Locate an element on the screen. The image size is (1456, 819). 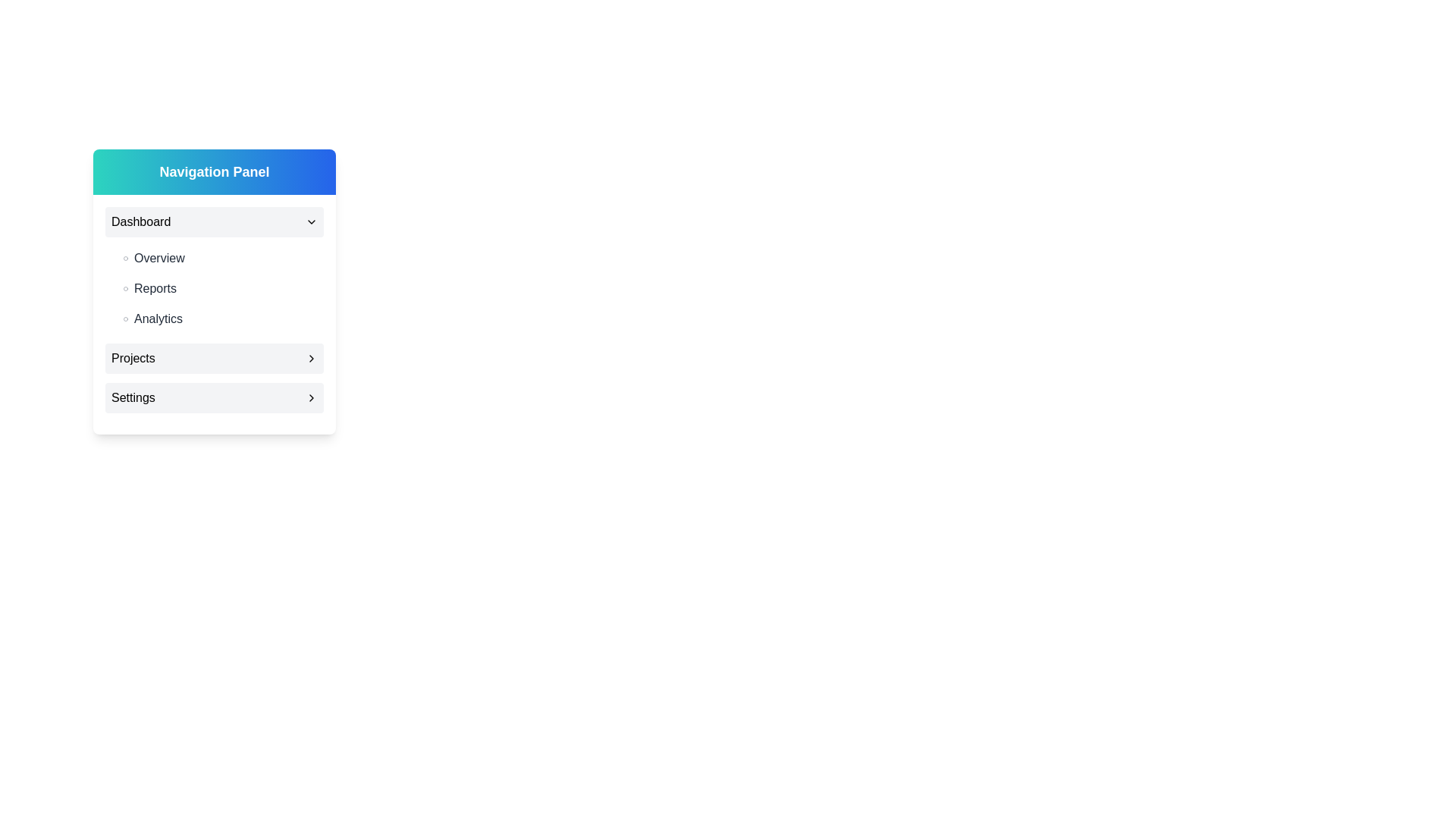
the 'Overview' text label in the navigation menu under the 'Dashboard' section is located at coordinates (159, 257).